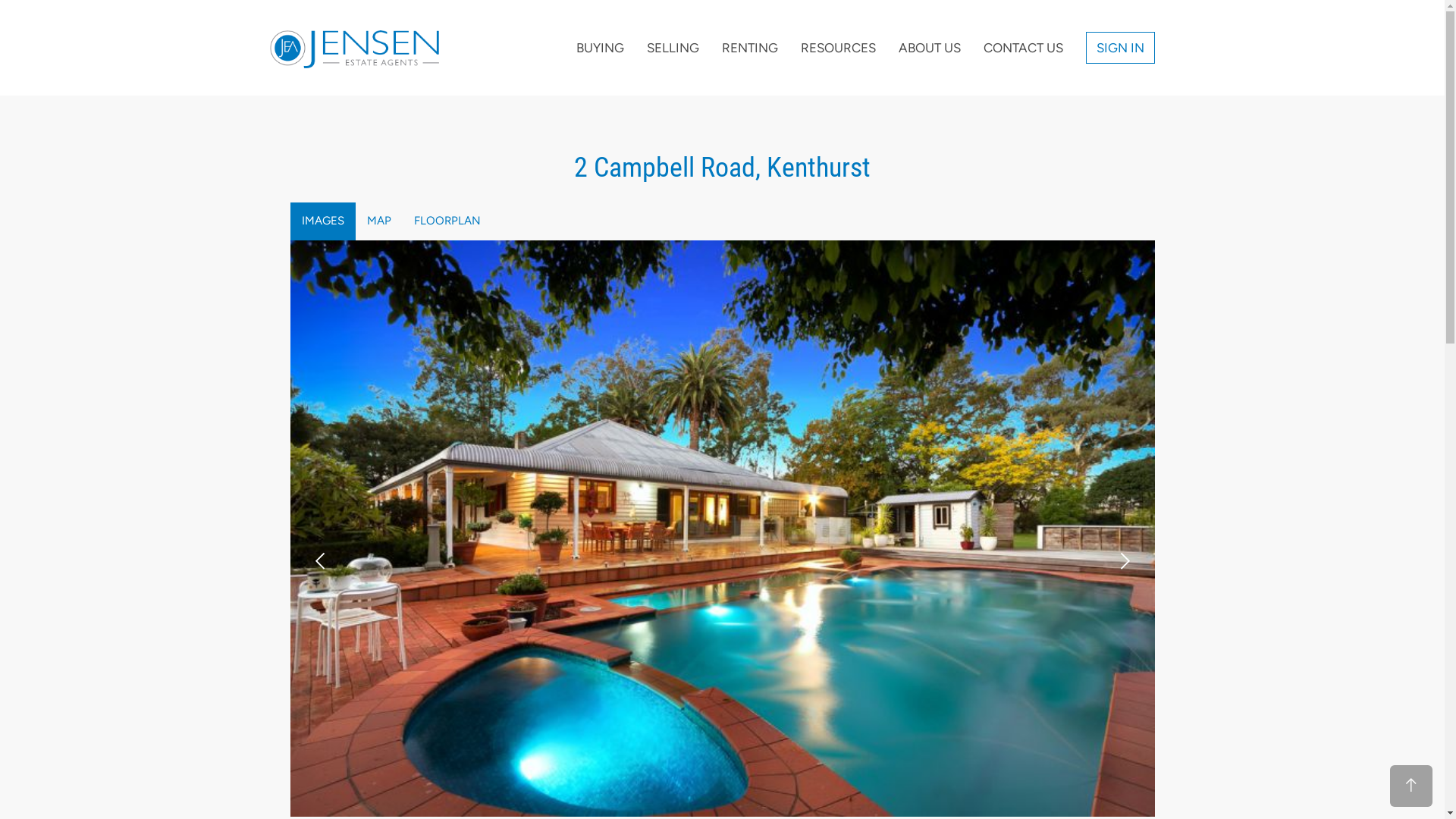 The width and height of the screenshot is (1456, 819). Describe the element at coordinates (319, 561) in the screenshot. I see `'prev'` at that location.